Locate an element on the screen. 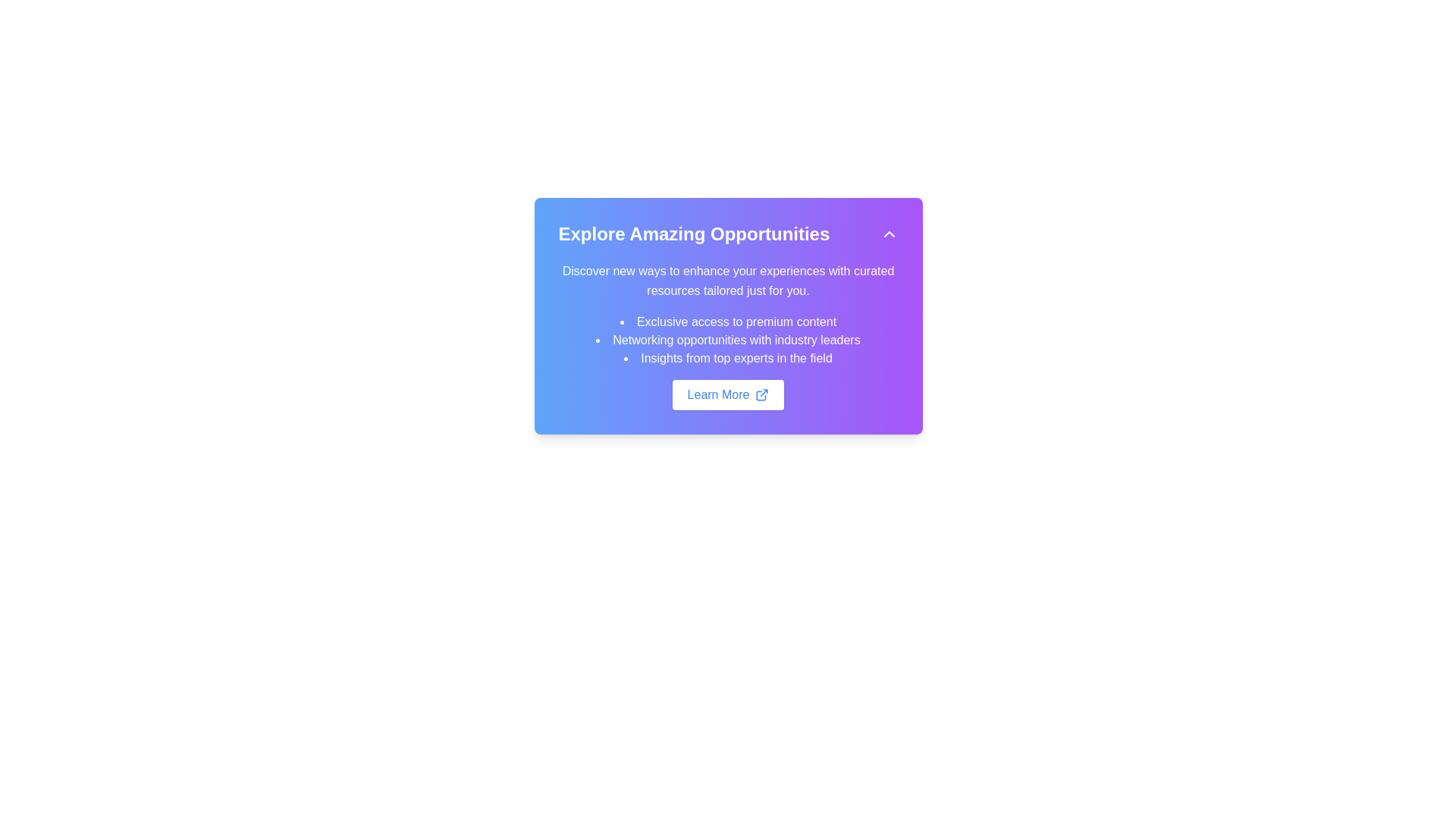  the text element that reads 'Discover new ways to enhance your experiences with curated resources tailored just for you.' which is positioned directly below the heading 'Explore Amazing Opportunities.' is located at coordinates (728, 281).